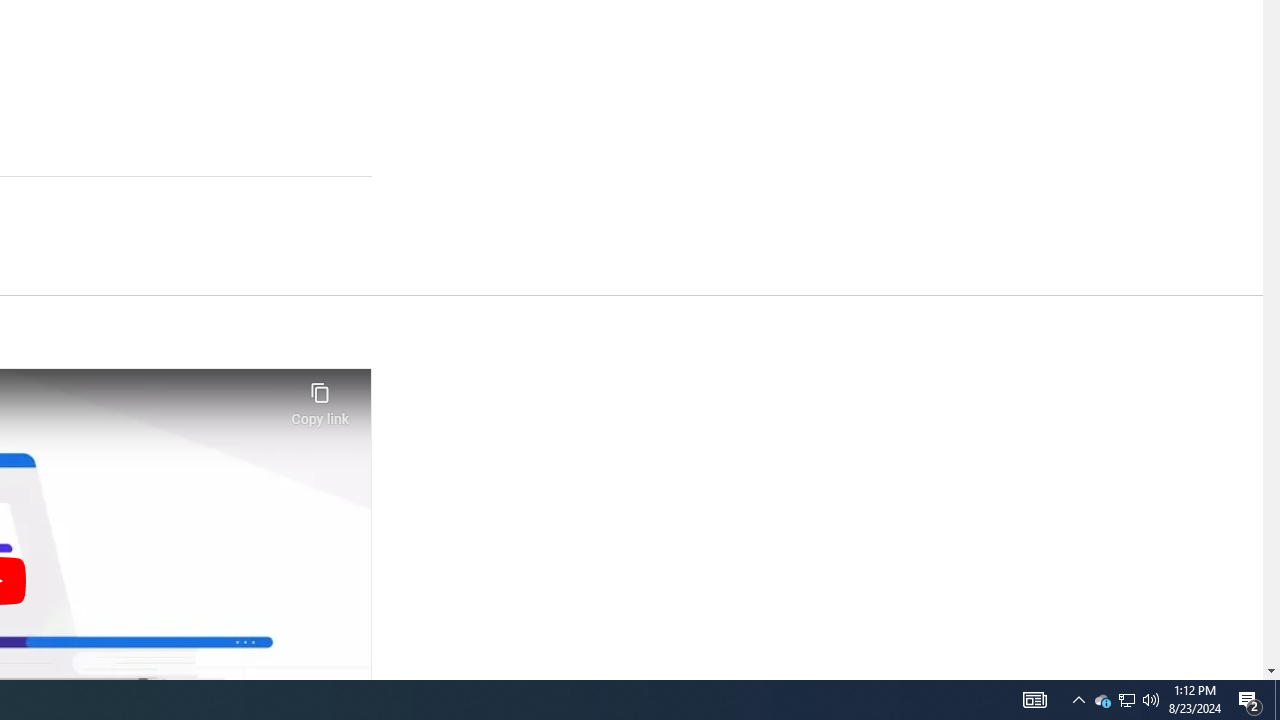 The width and height of the screenshot is (1280, 720). I want to click on 'Copy link', so click(320, 398).